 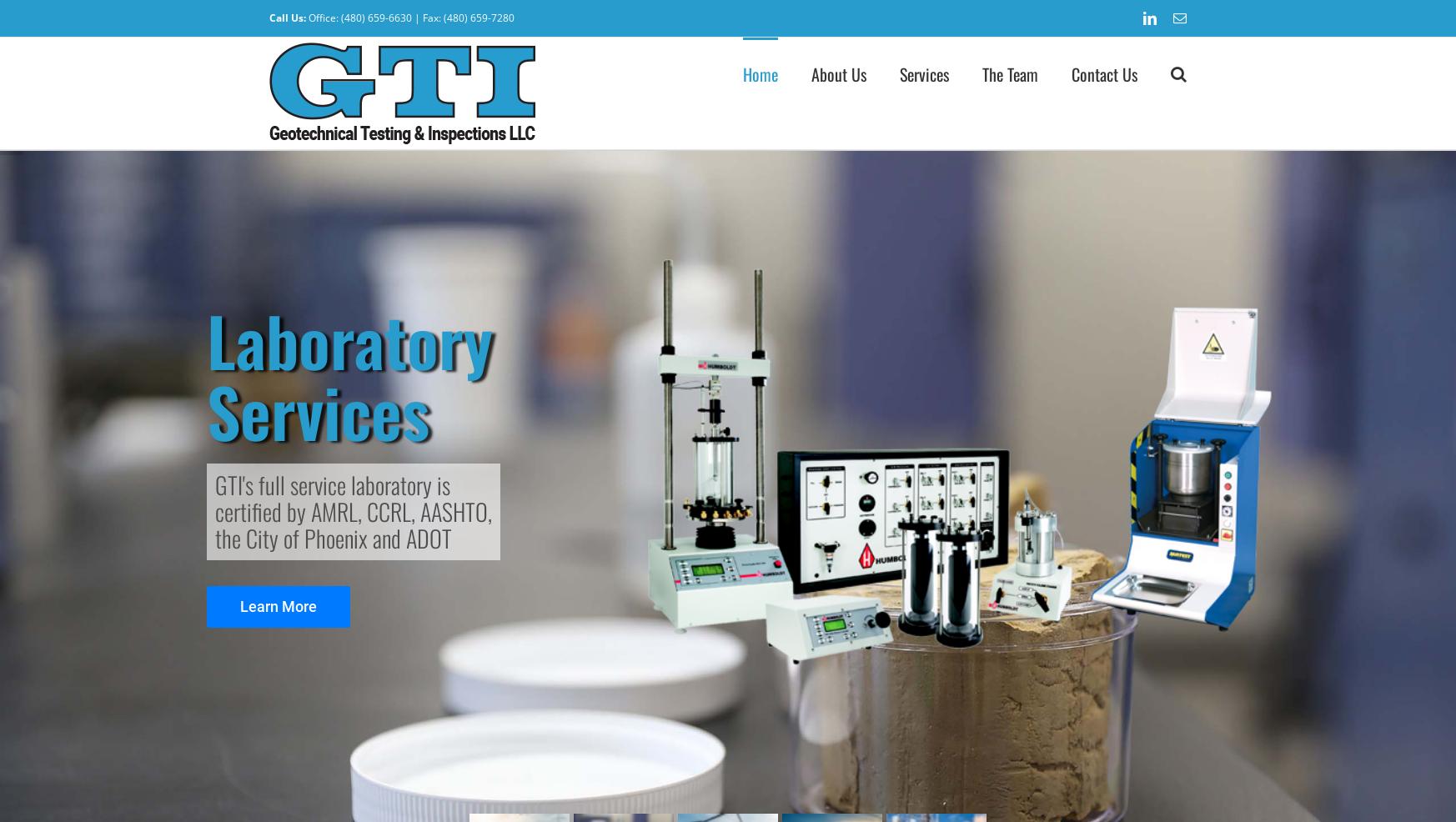 I want to click on 'Vice President', so click(x=1037, y=179).